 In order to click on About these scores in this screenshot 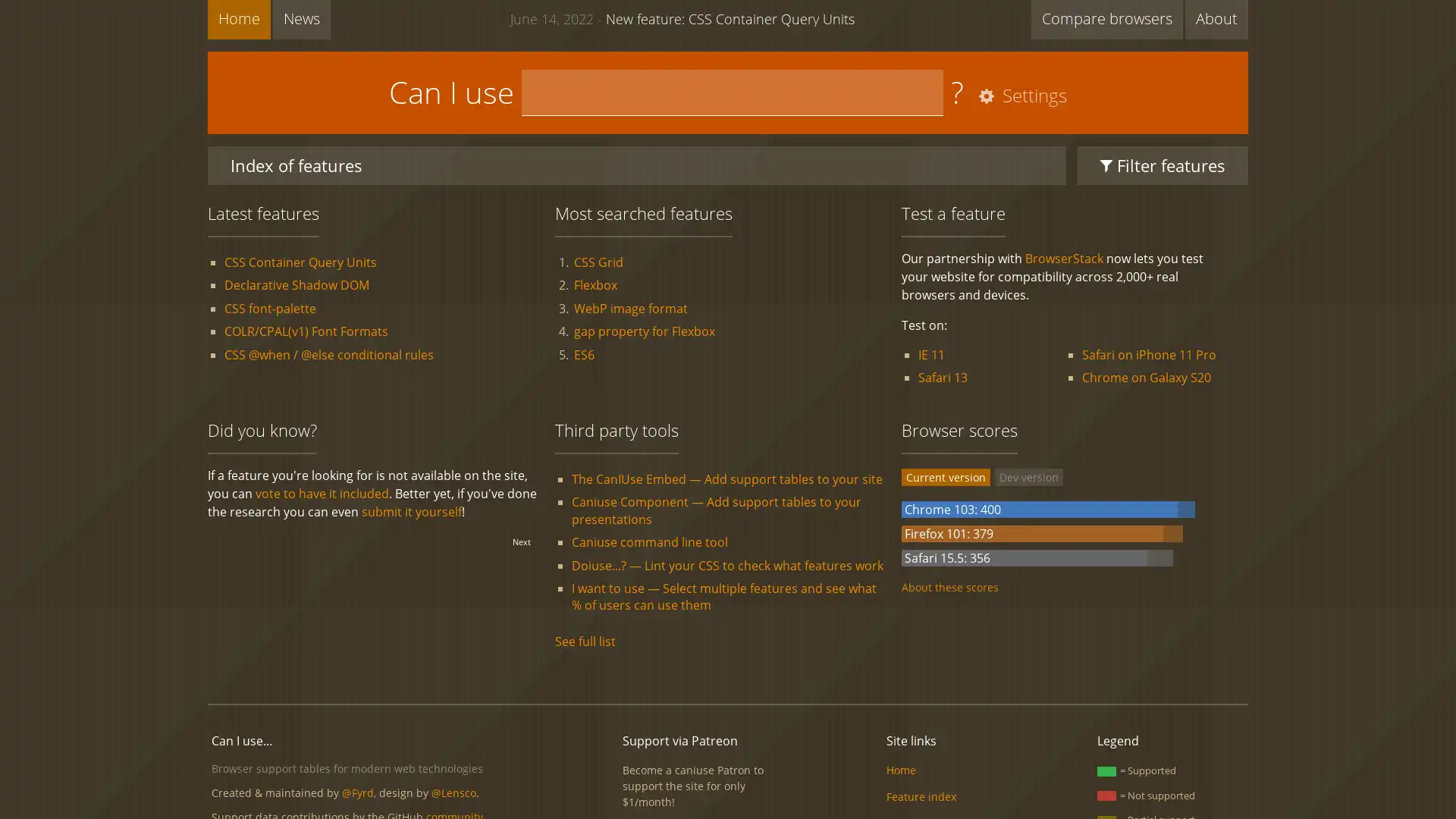, I will do `click(949, 586)`.